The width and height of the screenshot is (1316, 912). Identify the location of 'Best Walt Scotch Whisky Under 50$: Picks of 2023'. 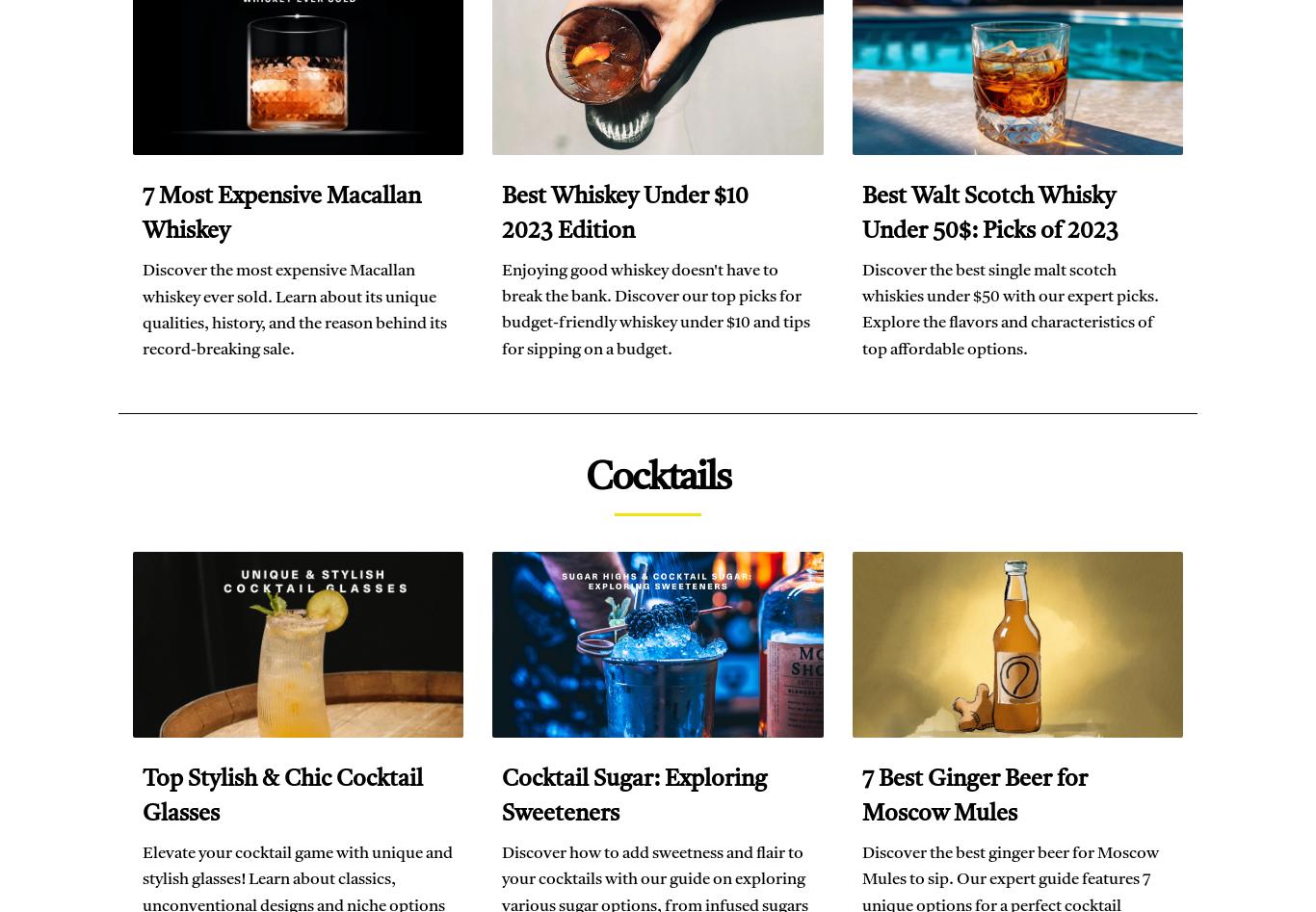
(860, 215).